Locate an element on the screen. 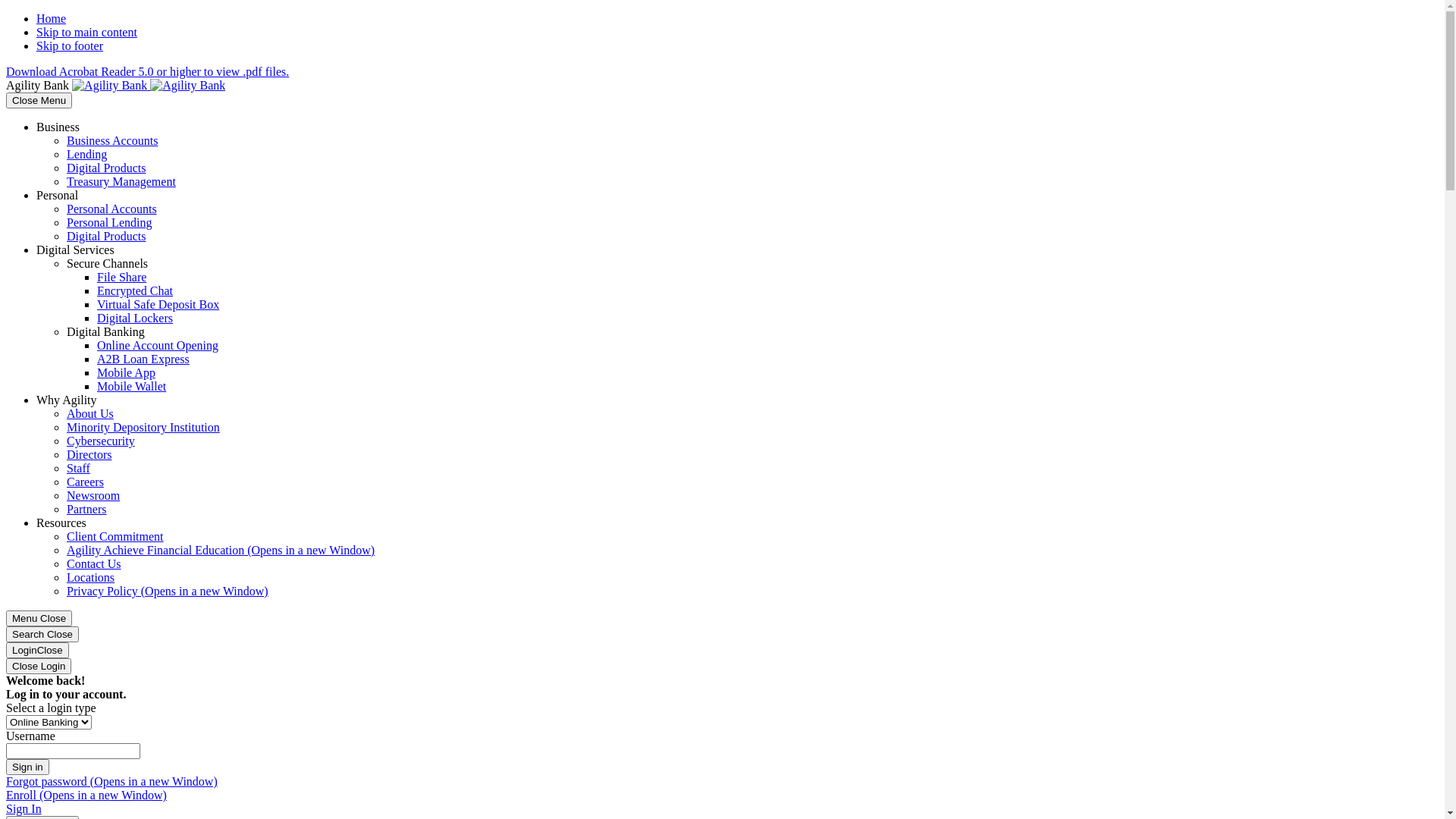 This screenshot has width=1456, height=819. 'Personal Accounts' is located at coordinates (111, 209).